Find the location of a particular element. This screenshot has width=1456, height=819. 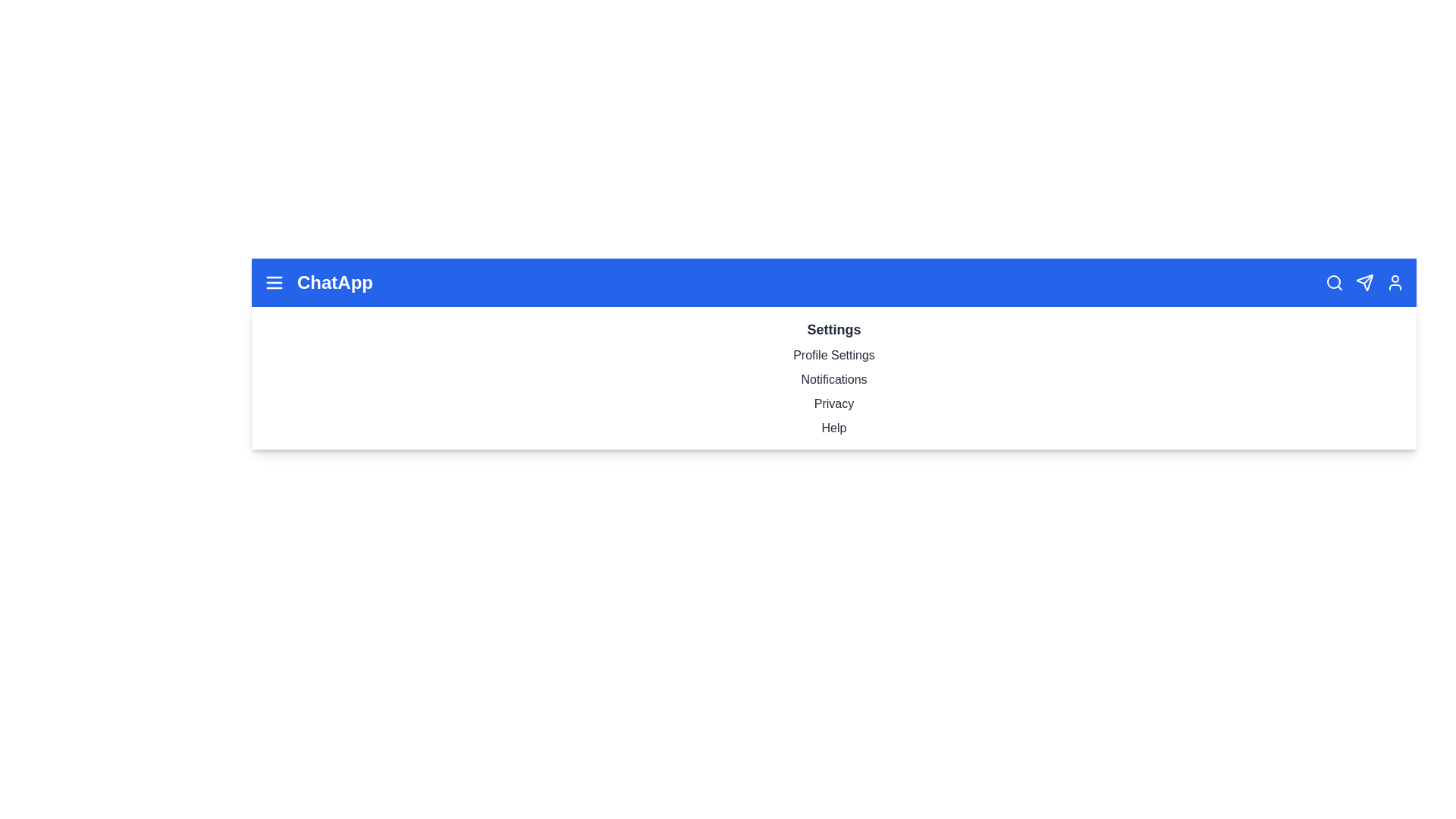

the send icon in the ChatAppBar is located at coordinates (1365, 283).